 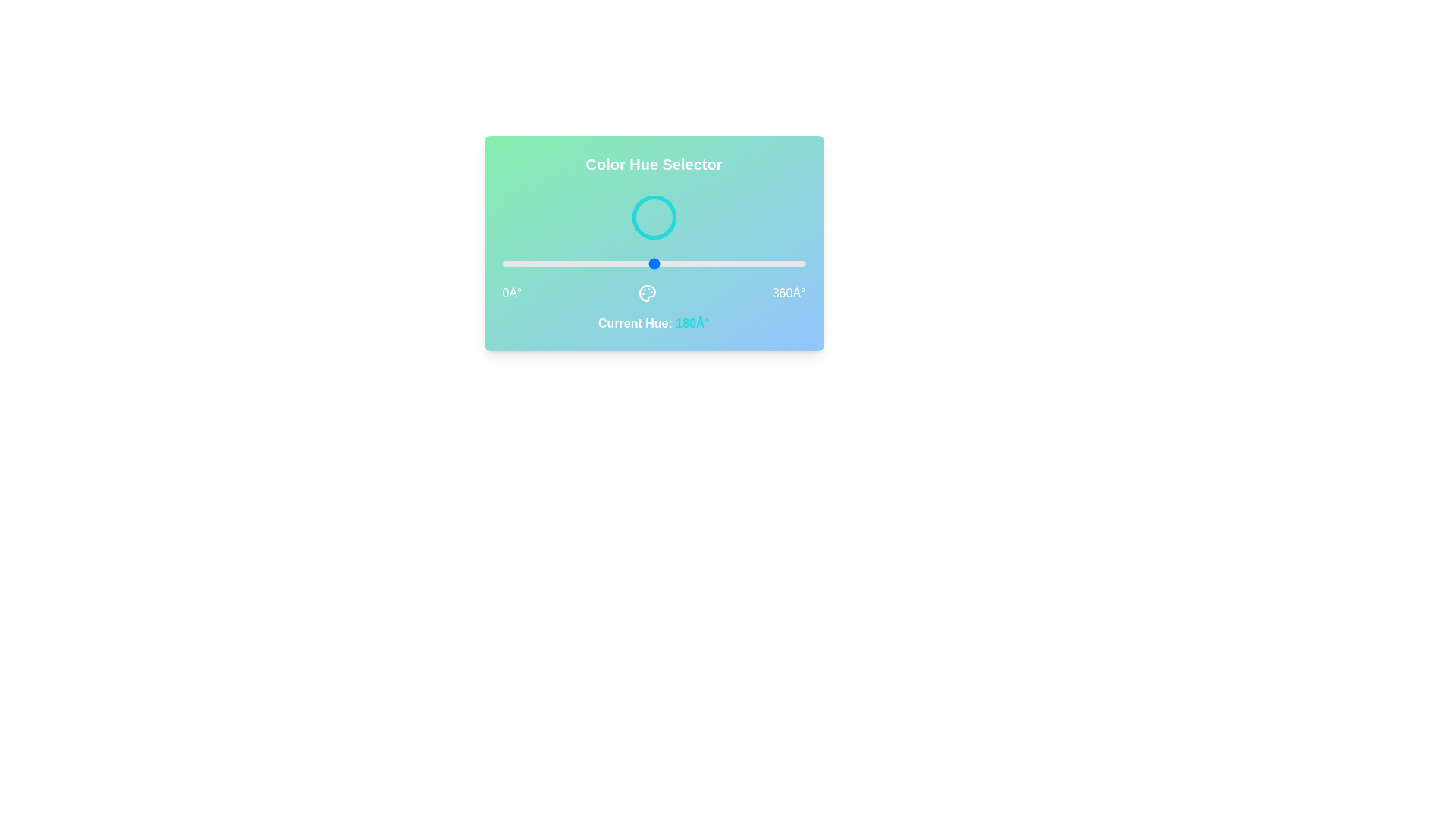 What do you see at coordinates (704, 262) in the screenshot?
I see `the slider to set the hue to 240 degrees, causing the circle's color to change accordingly` at bounding box center [704, 262].